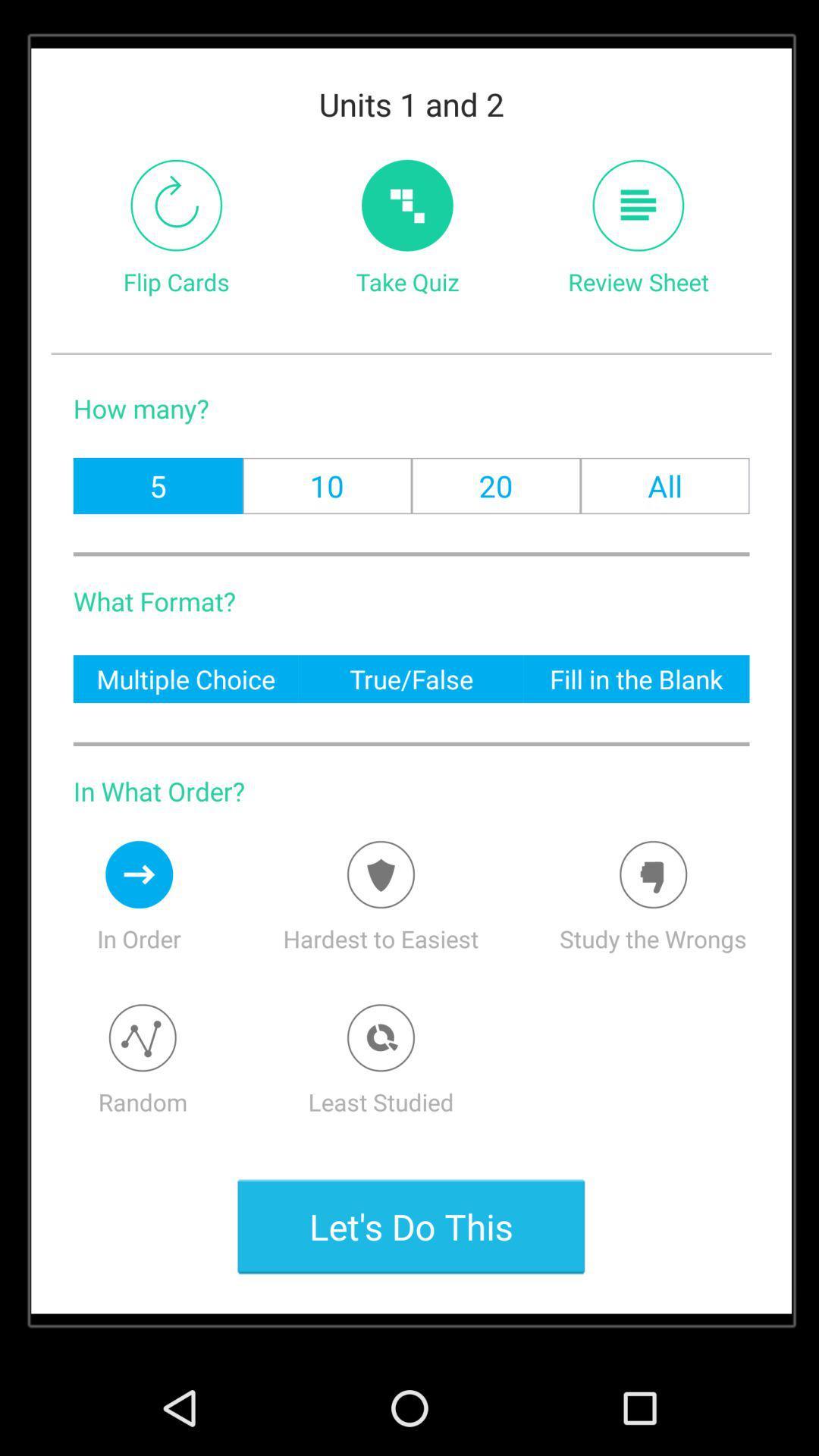 This screenshot has height=1456, width=819. Describe the element at coordinates (380, 1037) in the screenshot. I see `order by least studied` at that location.